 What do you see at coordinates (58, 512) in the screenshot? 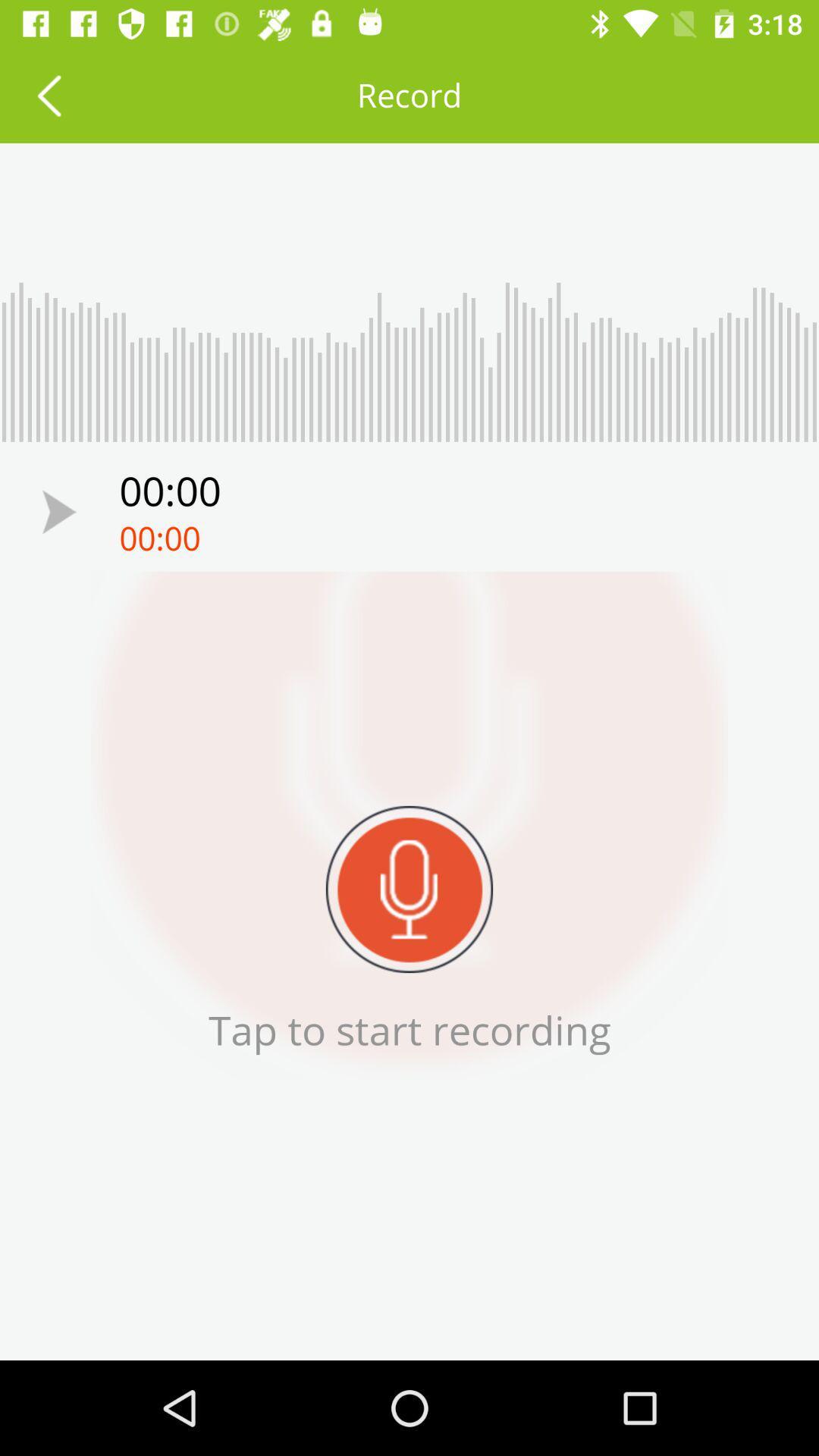
I see `button` at bounding box center [58, 512].